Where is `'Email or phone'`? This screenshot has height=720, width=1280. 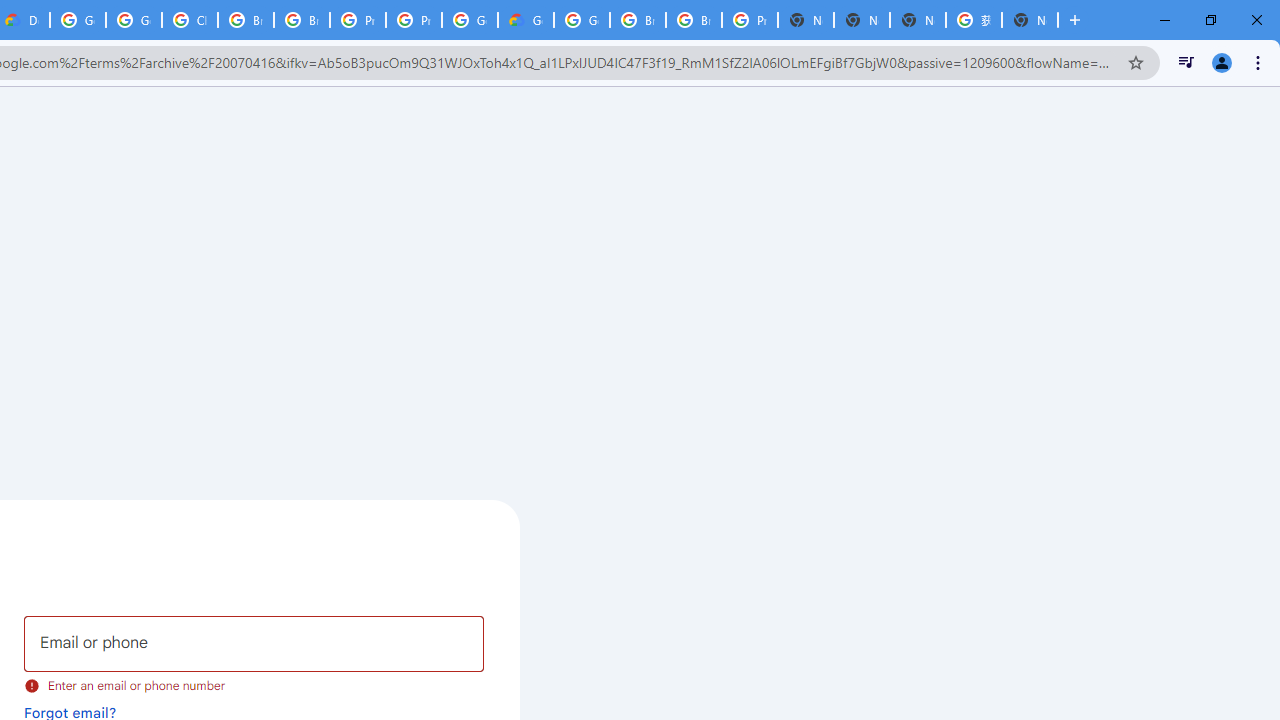
'Email or phone' is located at coordinates (253, 643).